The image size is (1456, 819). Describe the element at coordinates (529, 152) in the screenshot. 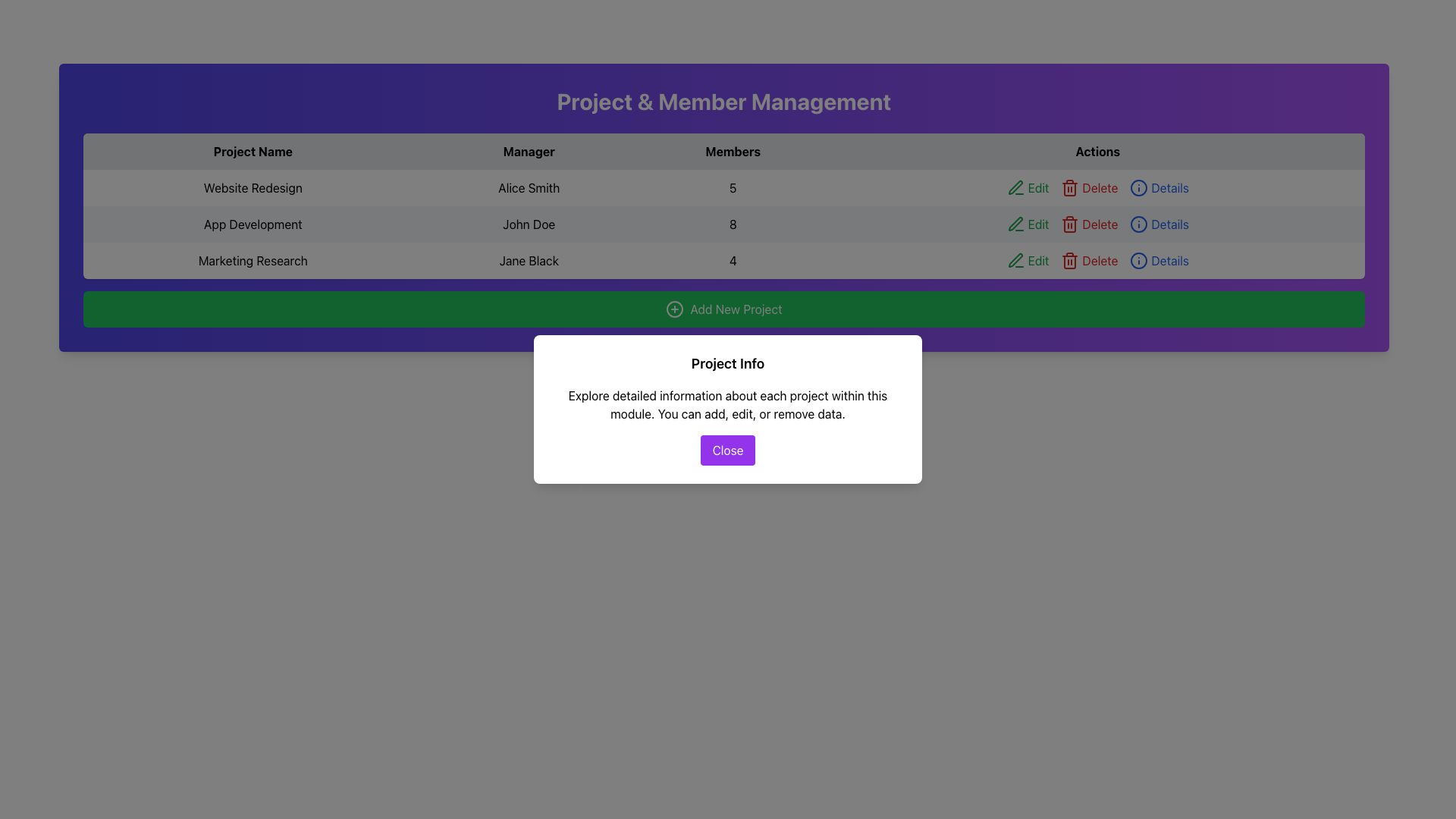

I see `the 'Manager' header label in the second column of the table header, which indicates the column displaying project manager information` at that location.